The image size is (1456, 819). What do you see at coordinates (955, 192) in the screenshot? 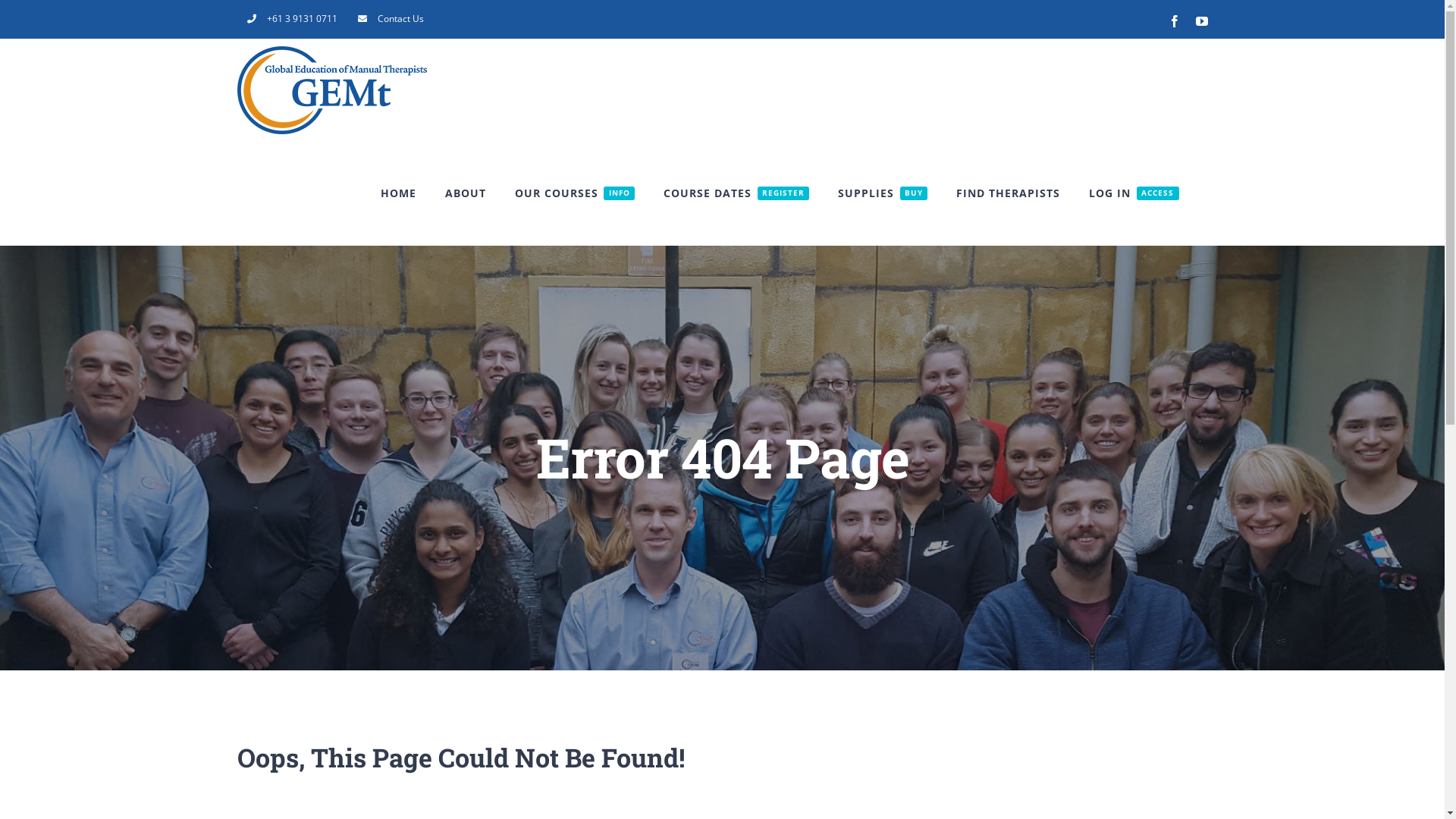
I see `'FIND THERAPISTS'` at bounding box center [955, 192].